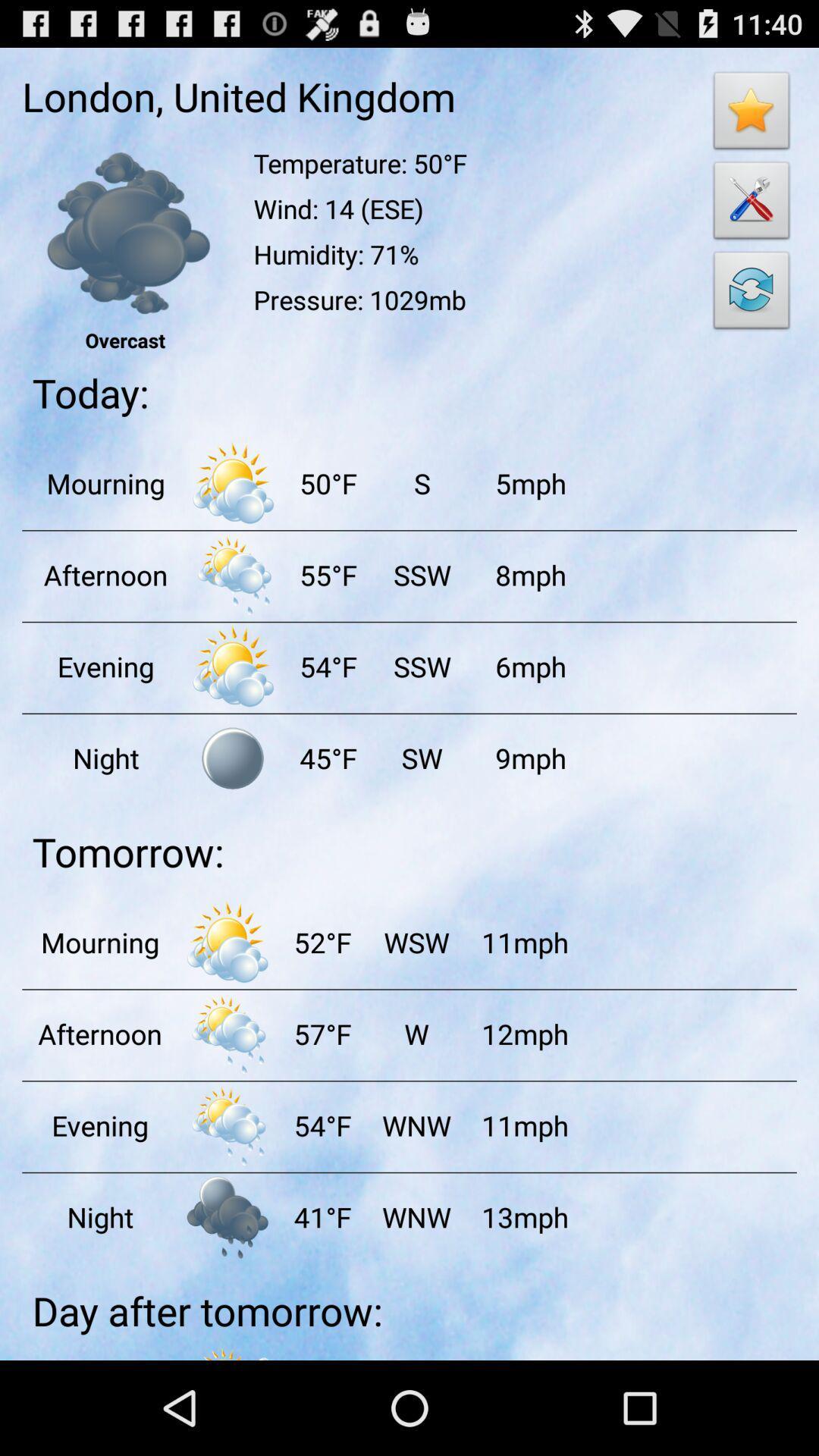  I want to click on rating, so click(752, 114).